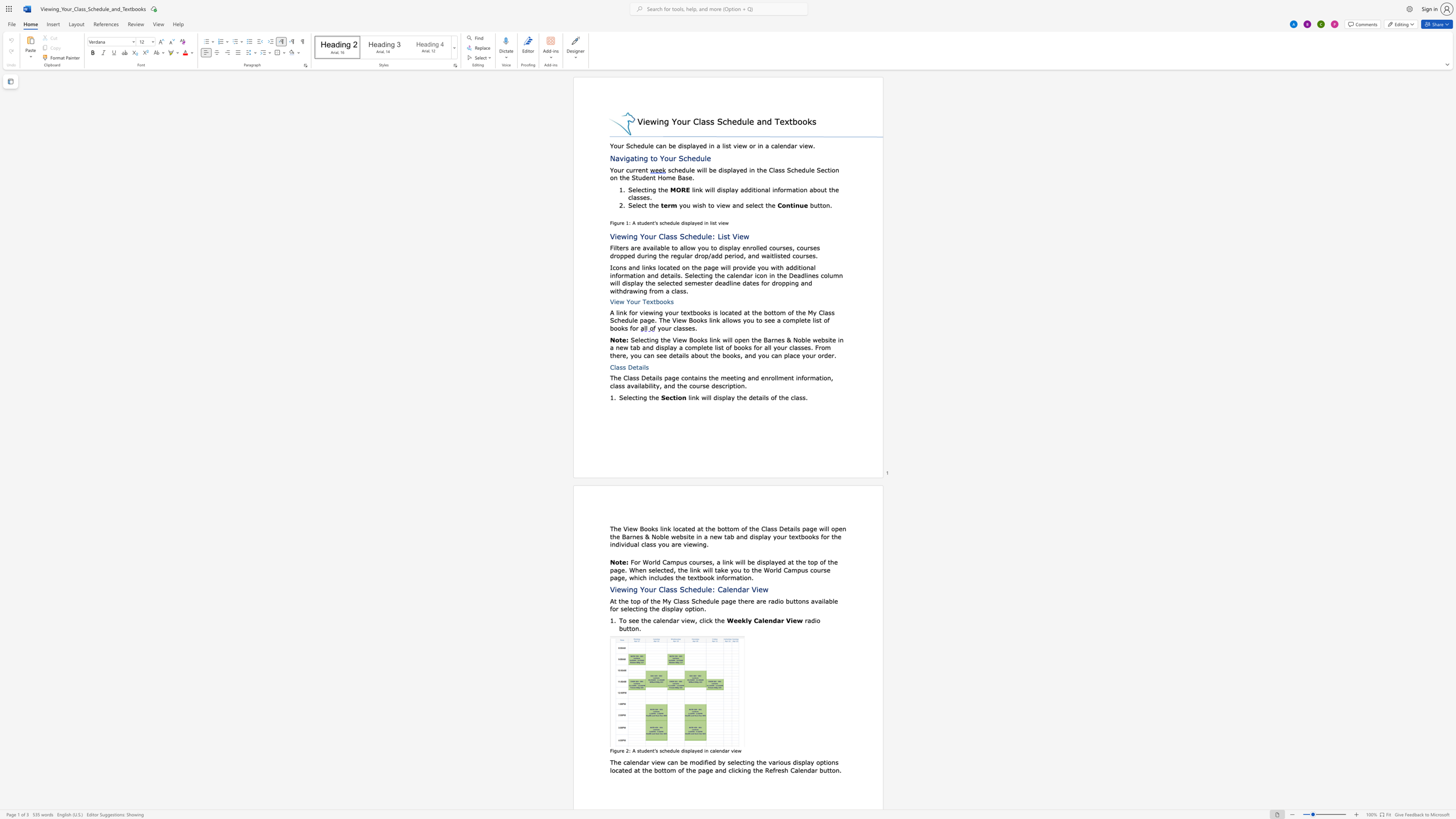 Image resolution: width=1456 pixels, height=819 pixels. Describe the element at coordinates (760, 589) in the screenshot. I see `the 5th character "e" in the text` at that location.